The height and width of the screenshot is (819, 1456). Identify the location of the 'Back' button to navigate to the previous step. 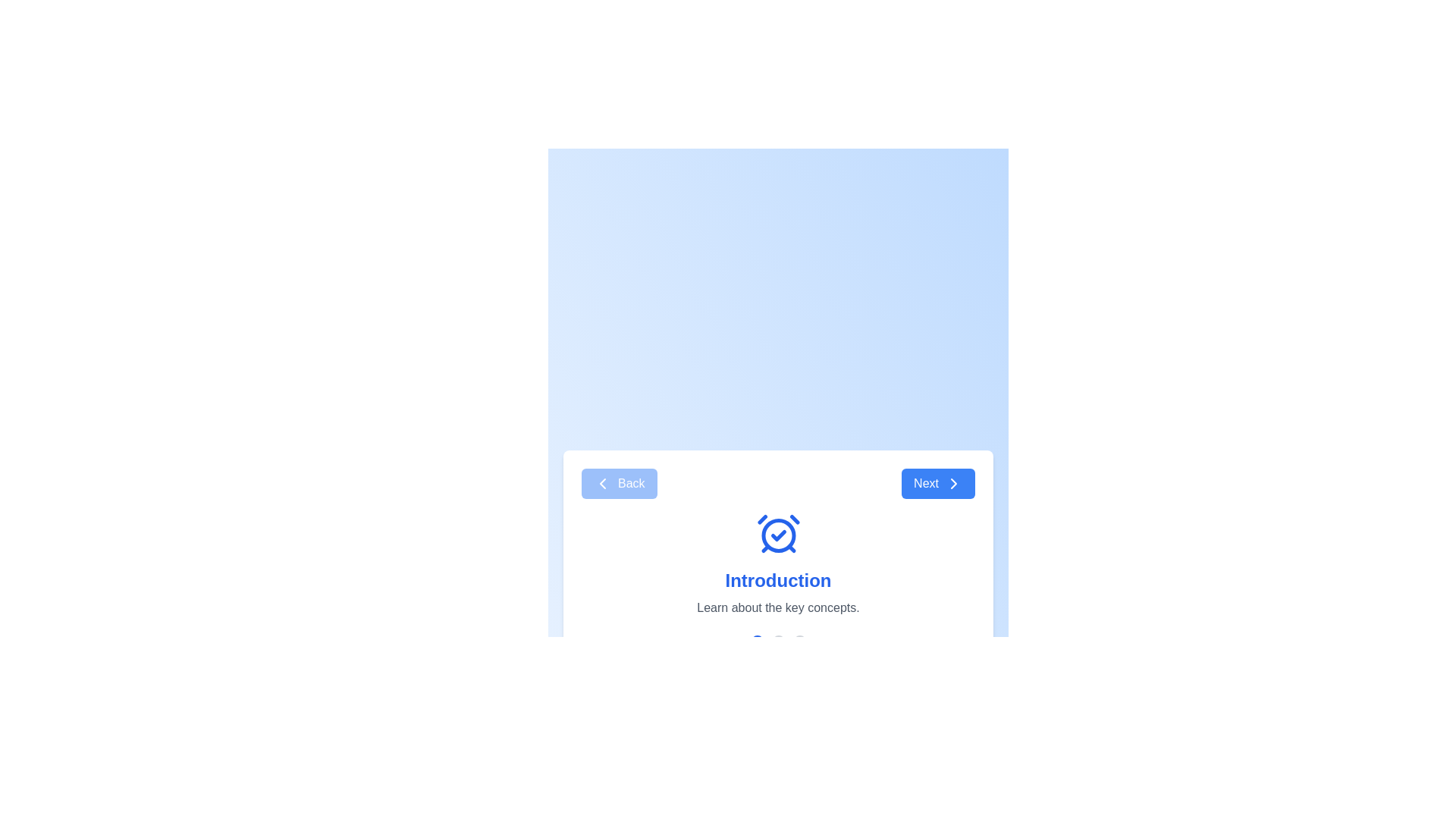
(619, 483).